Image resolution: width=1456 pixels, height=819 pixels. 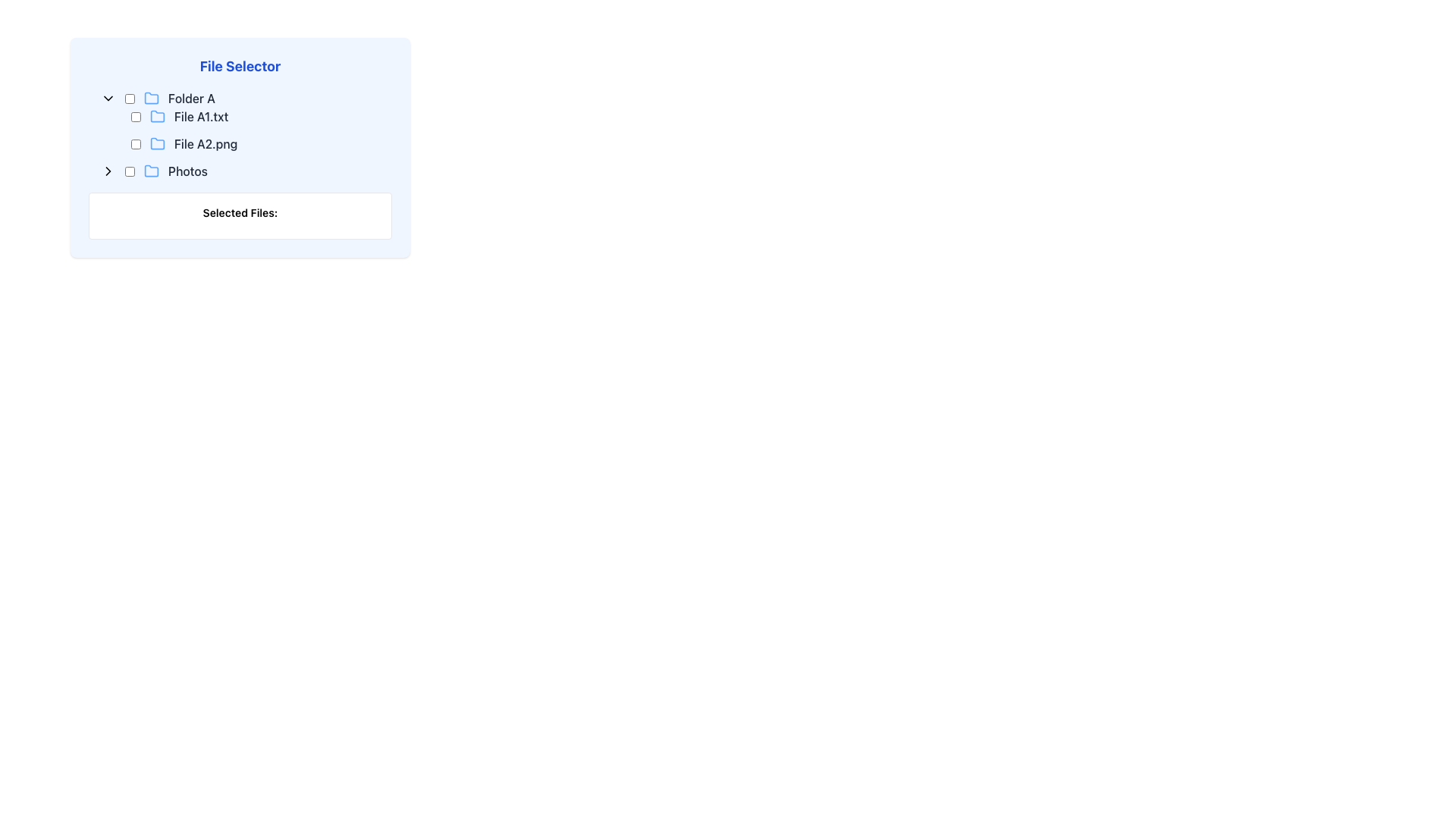 I want to click on the right-facing chevron icon next to the text 'Photos', so click(x=108, y=171).